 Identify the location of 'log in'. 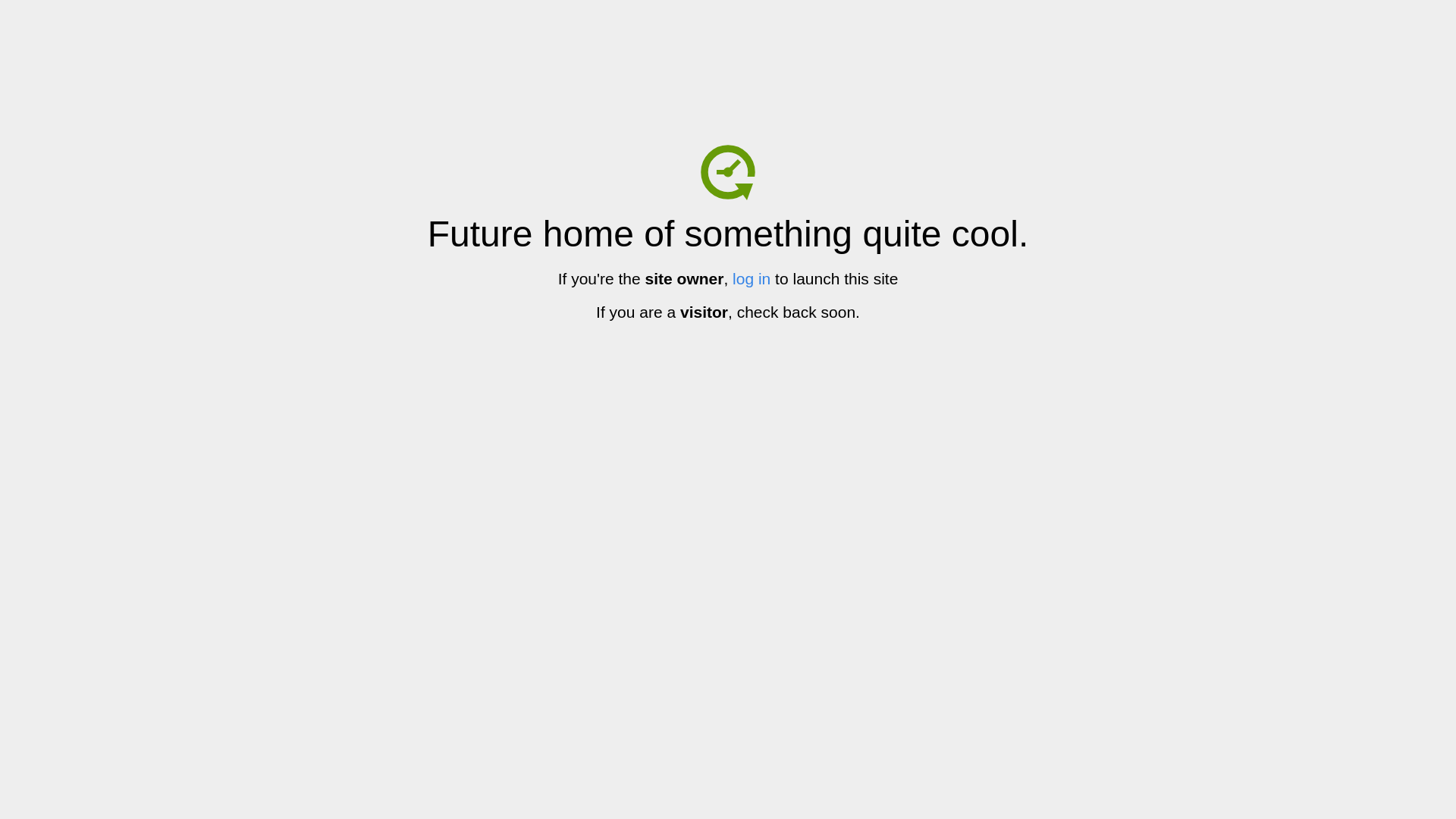
(732, 278).